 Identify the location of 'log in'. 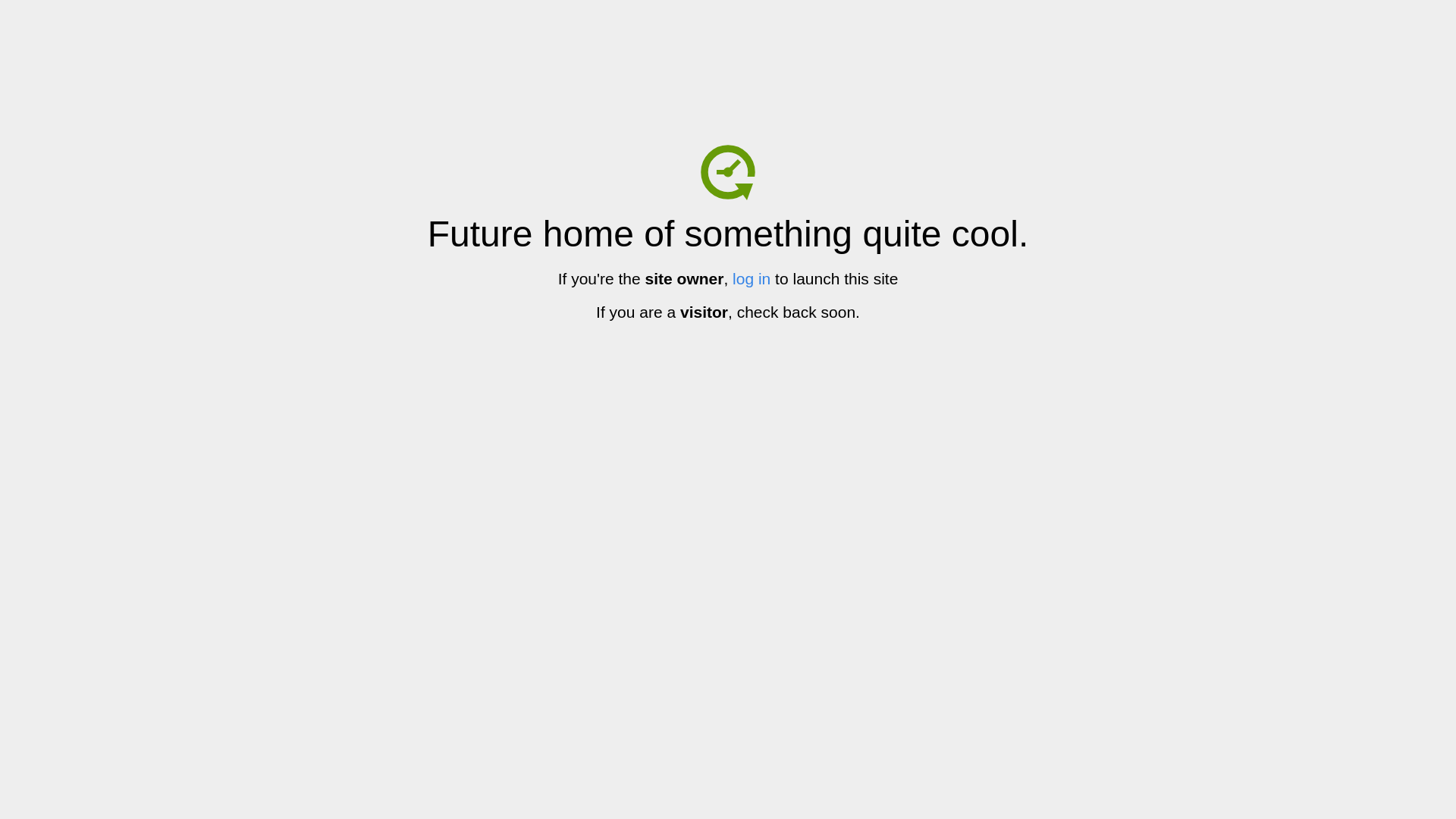
(732, 278).